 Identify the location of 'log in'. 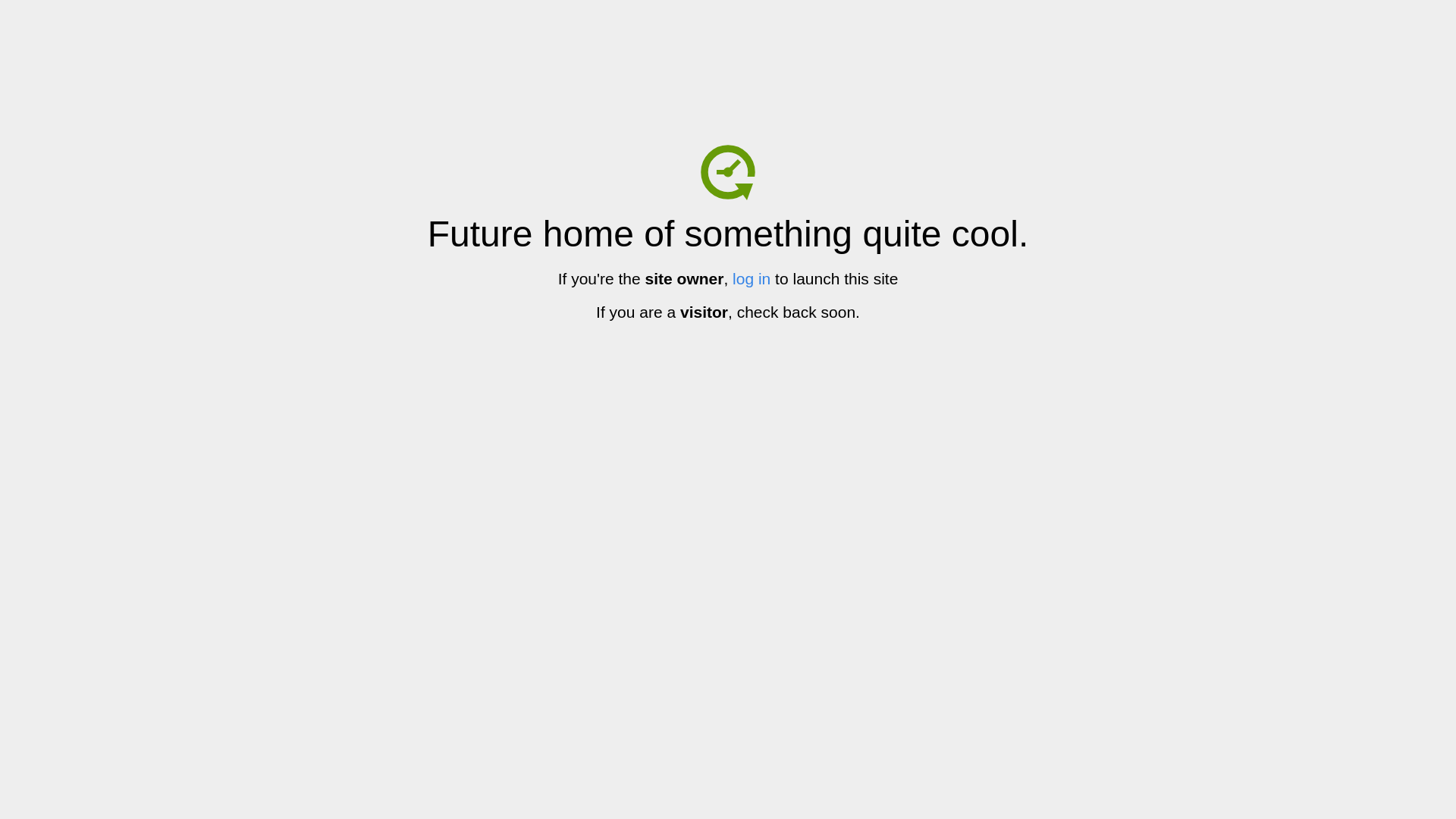
(732, 278).